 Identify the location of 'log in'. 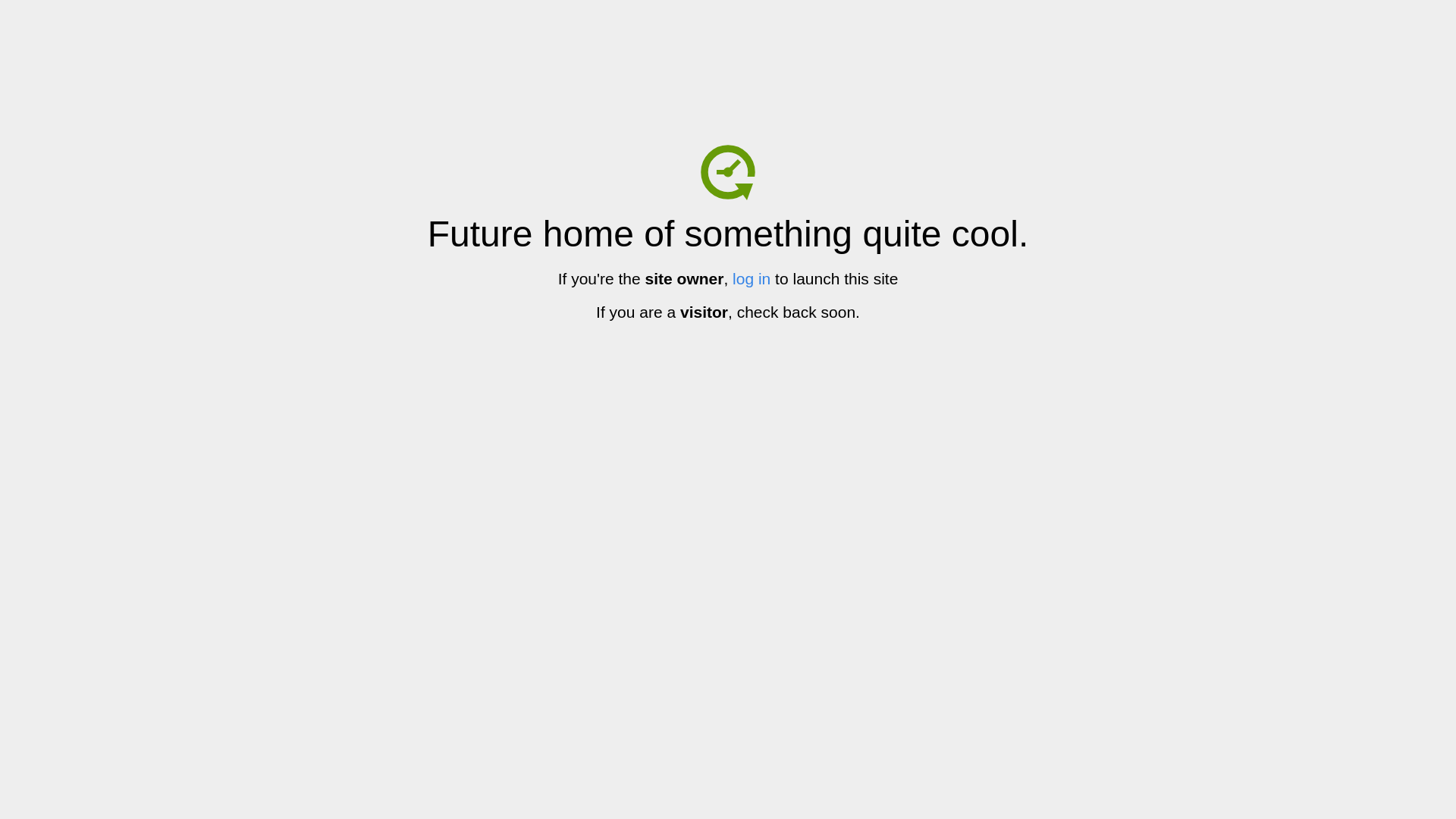
(732, 278).